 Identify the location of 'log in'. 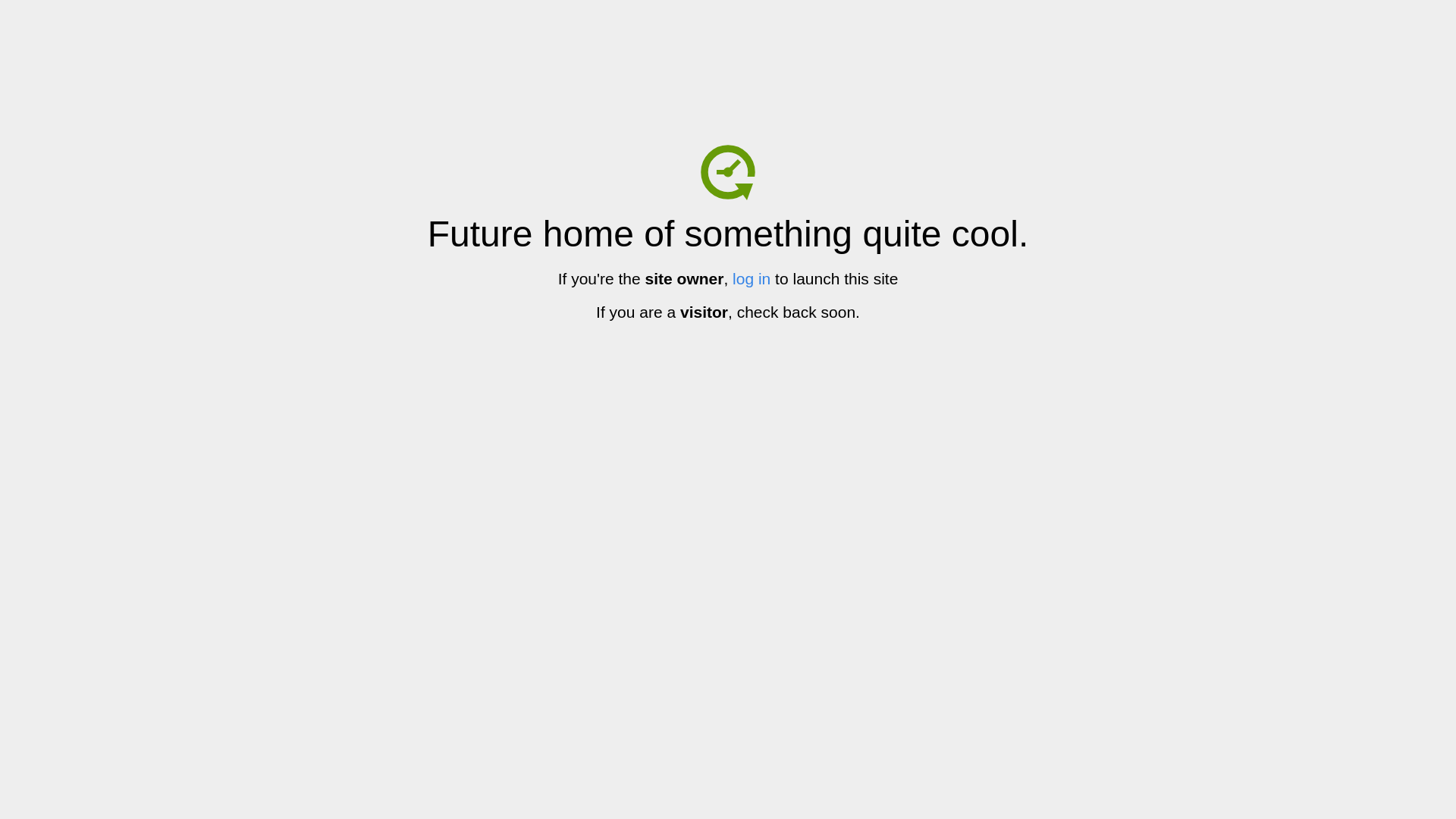
(732, 278).